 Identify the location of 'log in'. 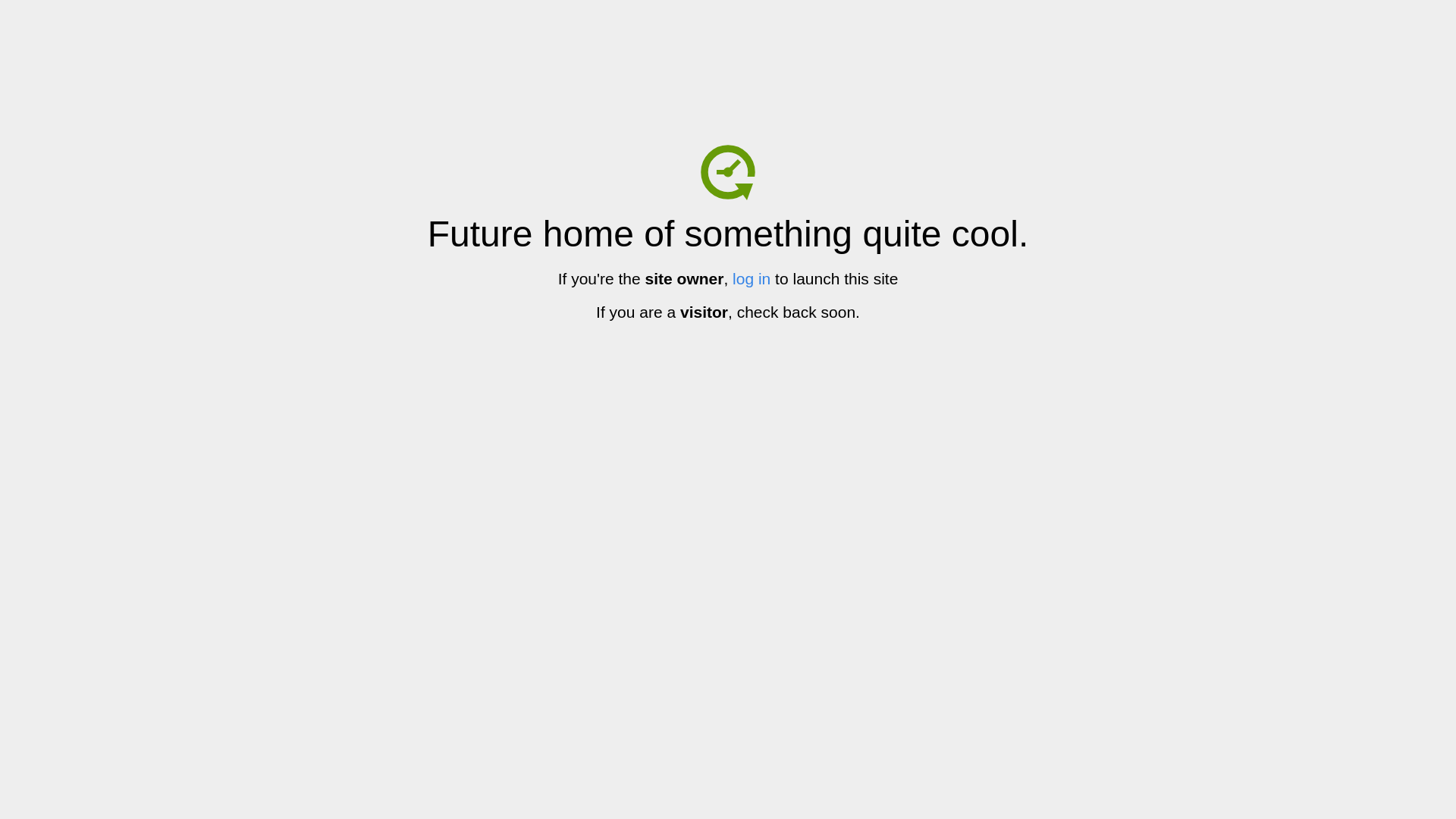
(732, 278).